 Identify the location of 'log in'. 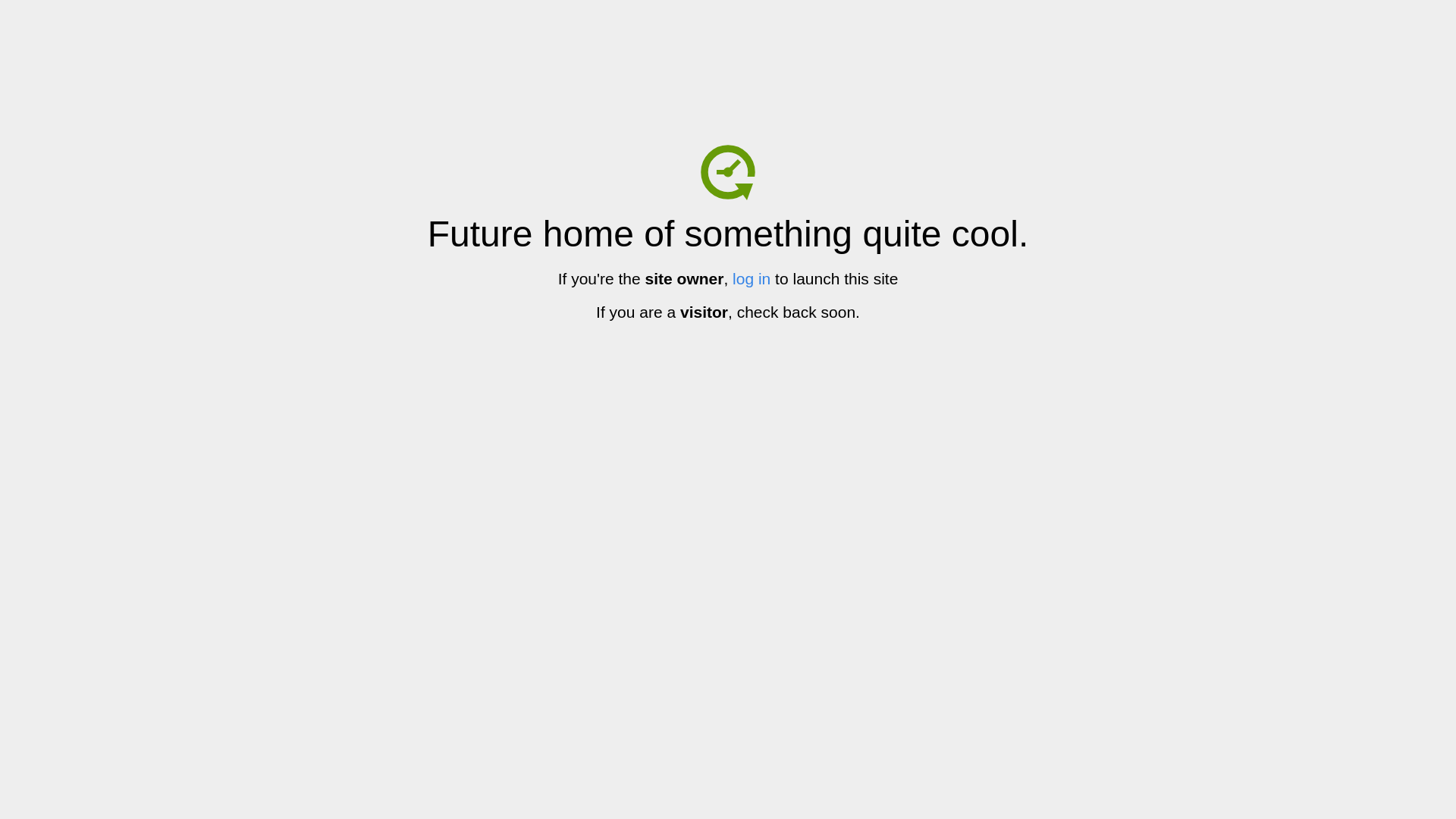
(732, 278).